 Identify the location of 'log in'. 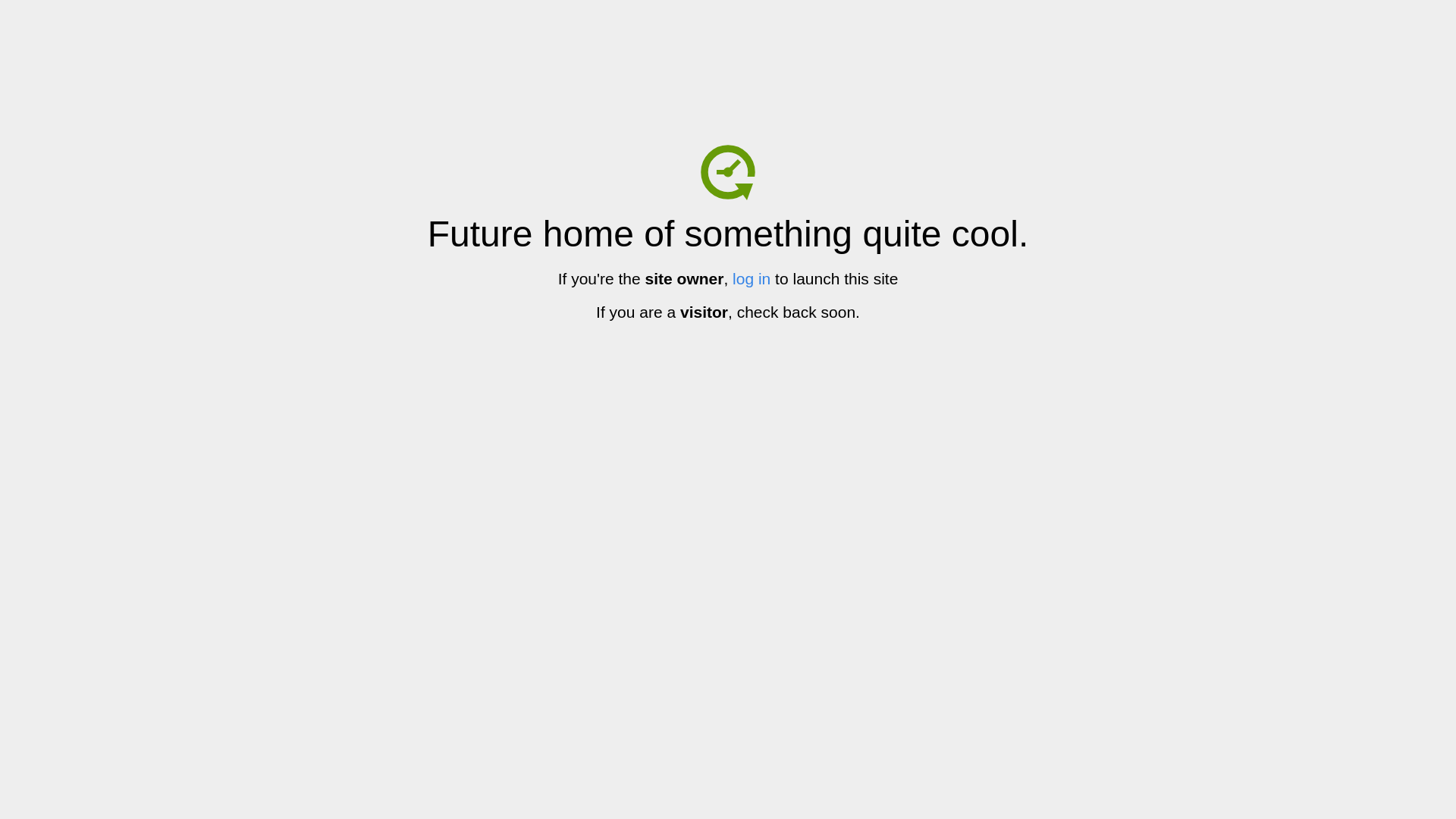
(732, 278).